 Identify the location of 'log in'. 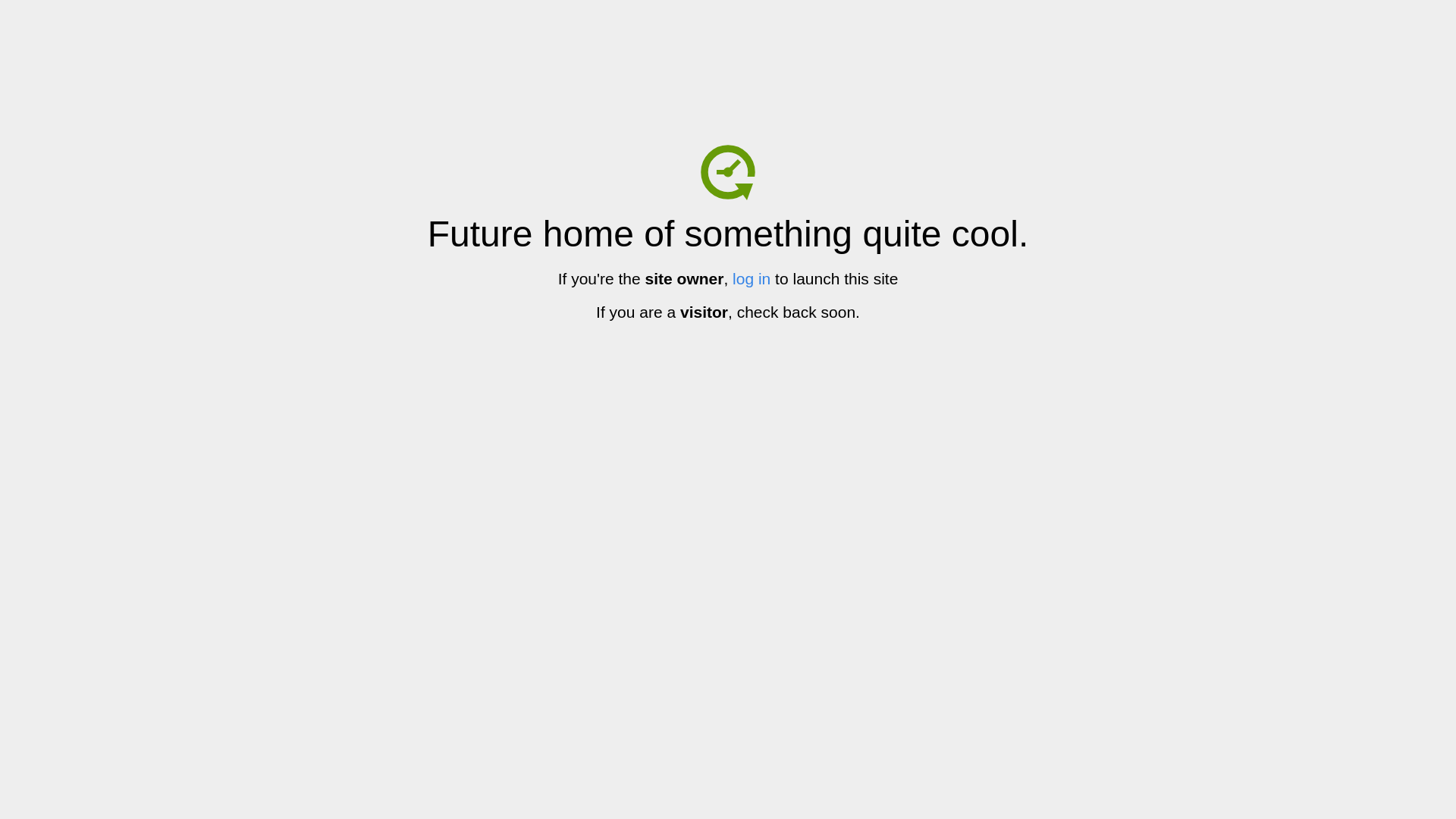
(732, 278).